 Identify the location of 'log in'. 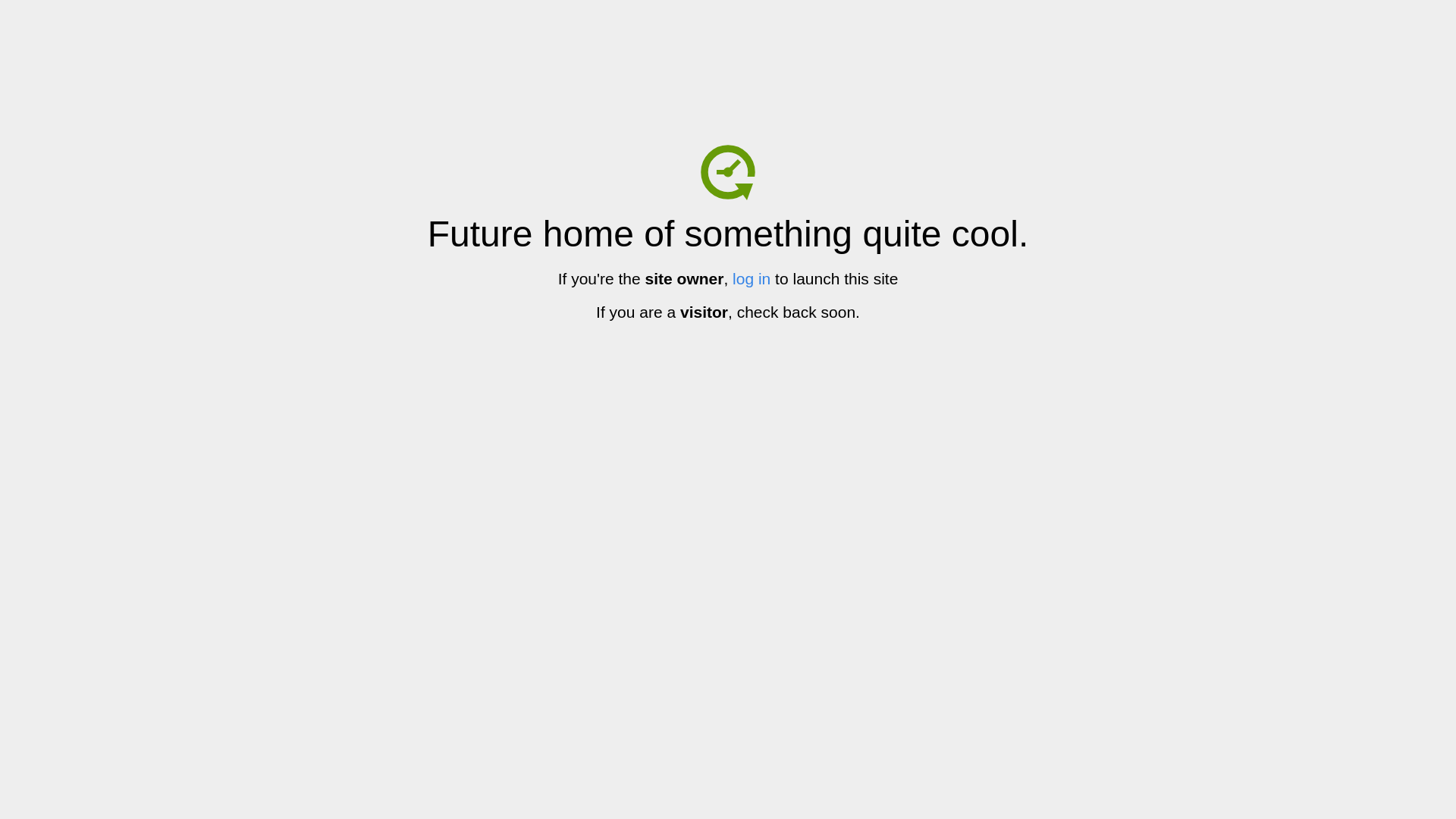
(732, 278).